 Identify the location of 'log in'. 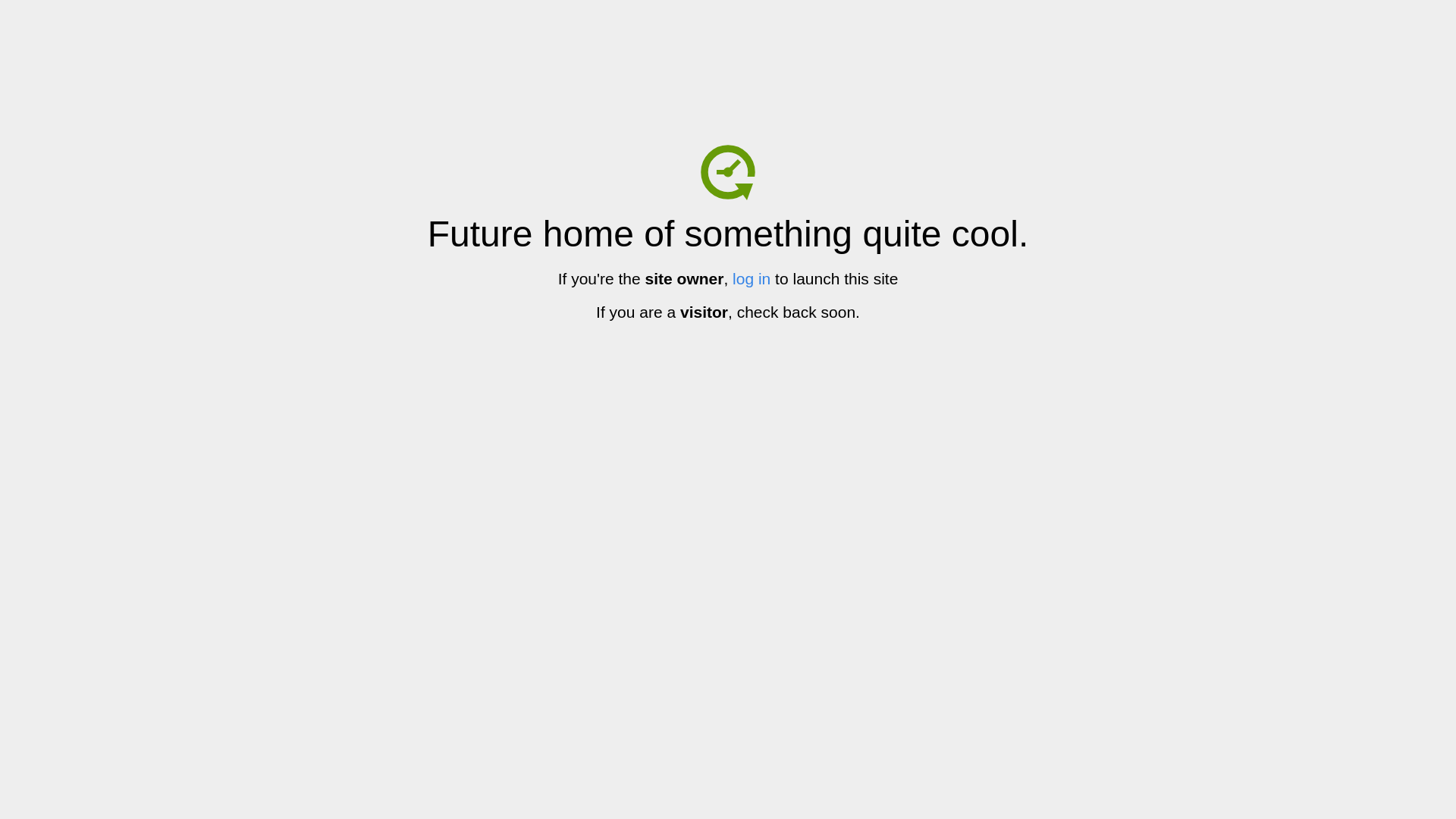
(732, 278).